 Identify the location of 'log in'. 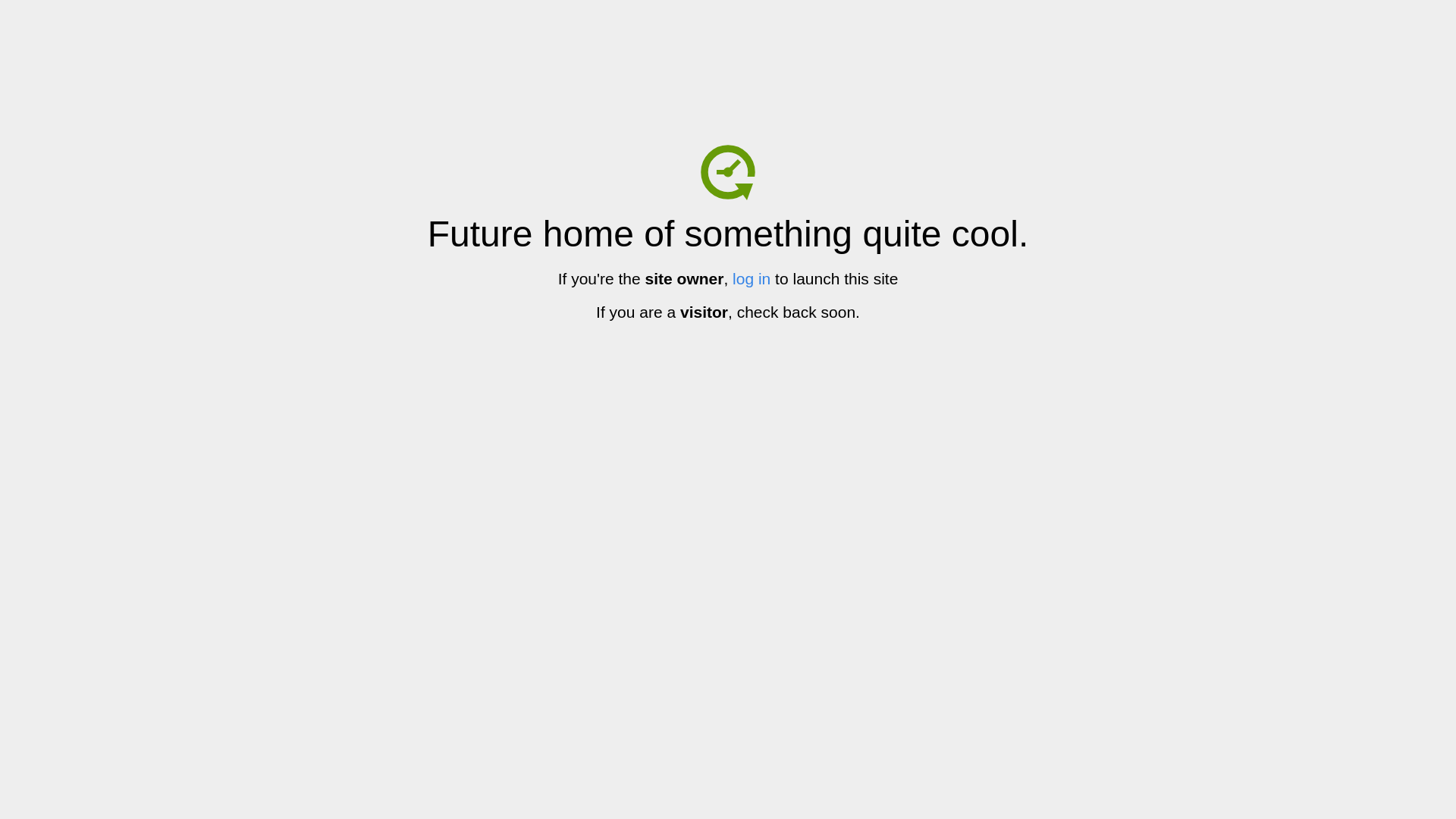
(732, 278).